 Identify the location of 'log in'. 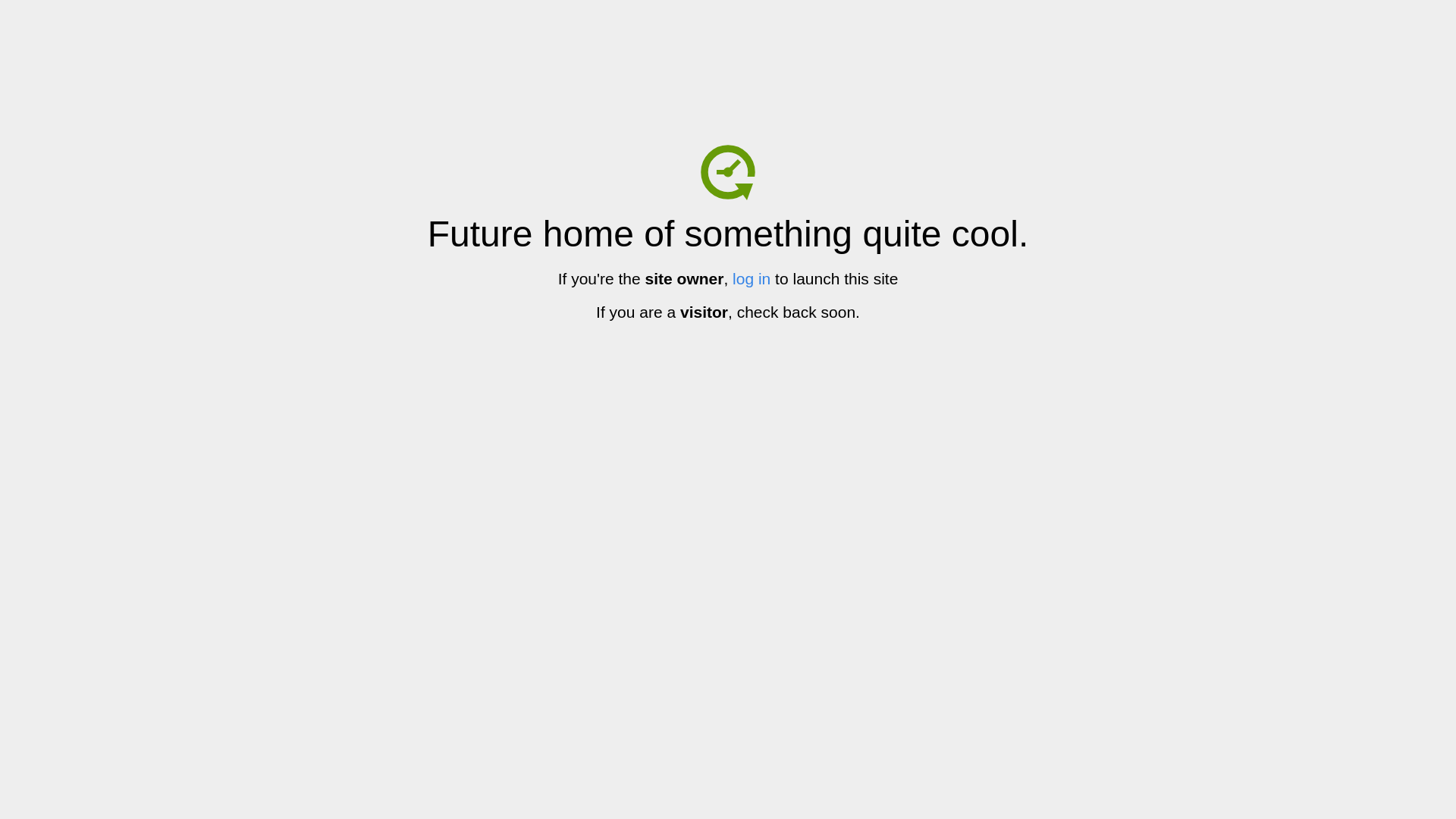
(732, 278).